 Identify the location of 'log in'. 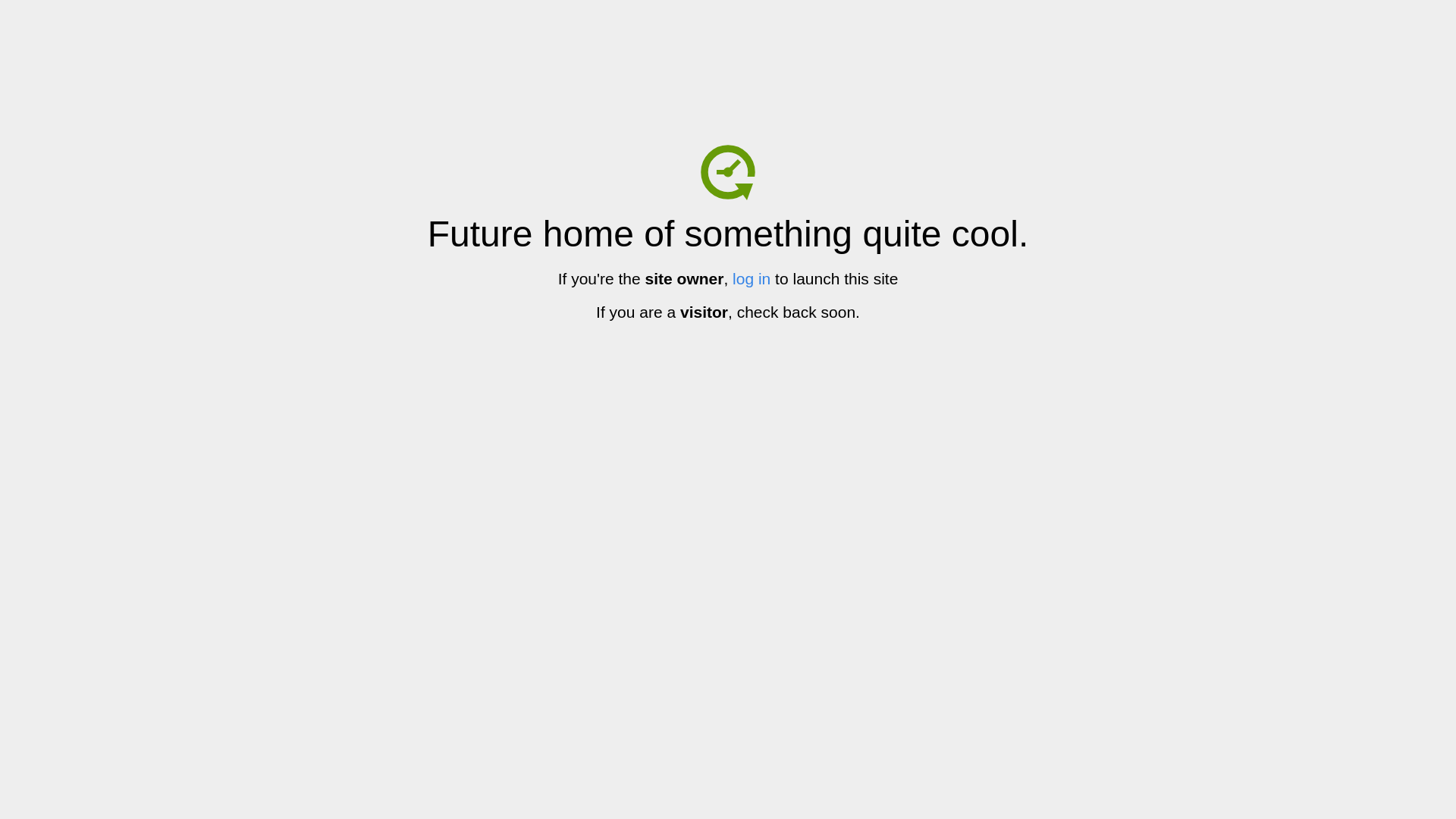
(732, 278).